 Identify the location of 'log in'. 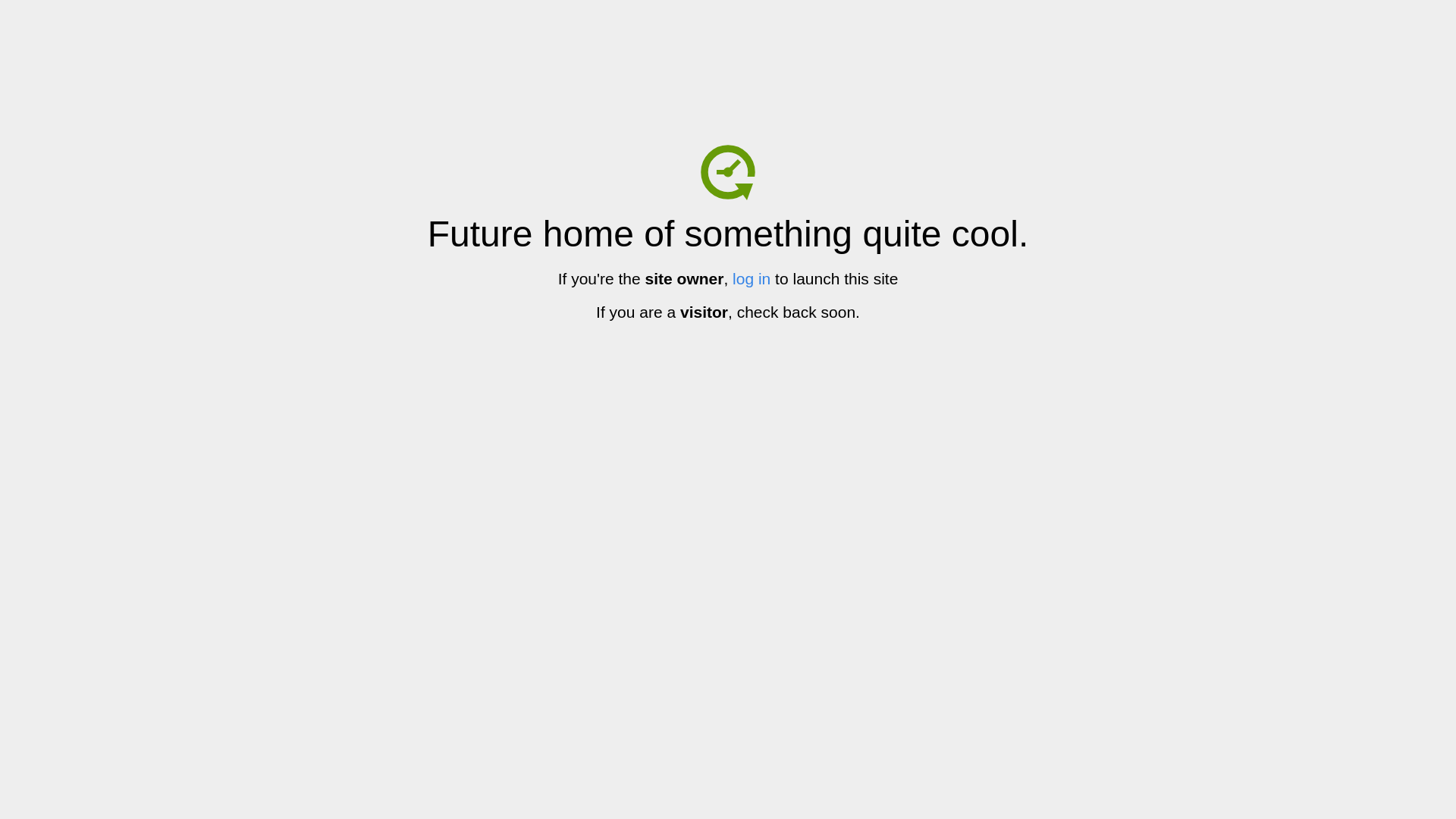
(732, 278).